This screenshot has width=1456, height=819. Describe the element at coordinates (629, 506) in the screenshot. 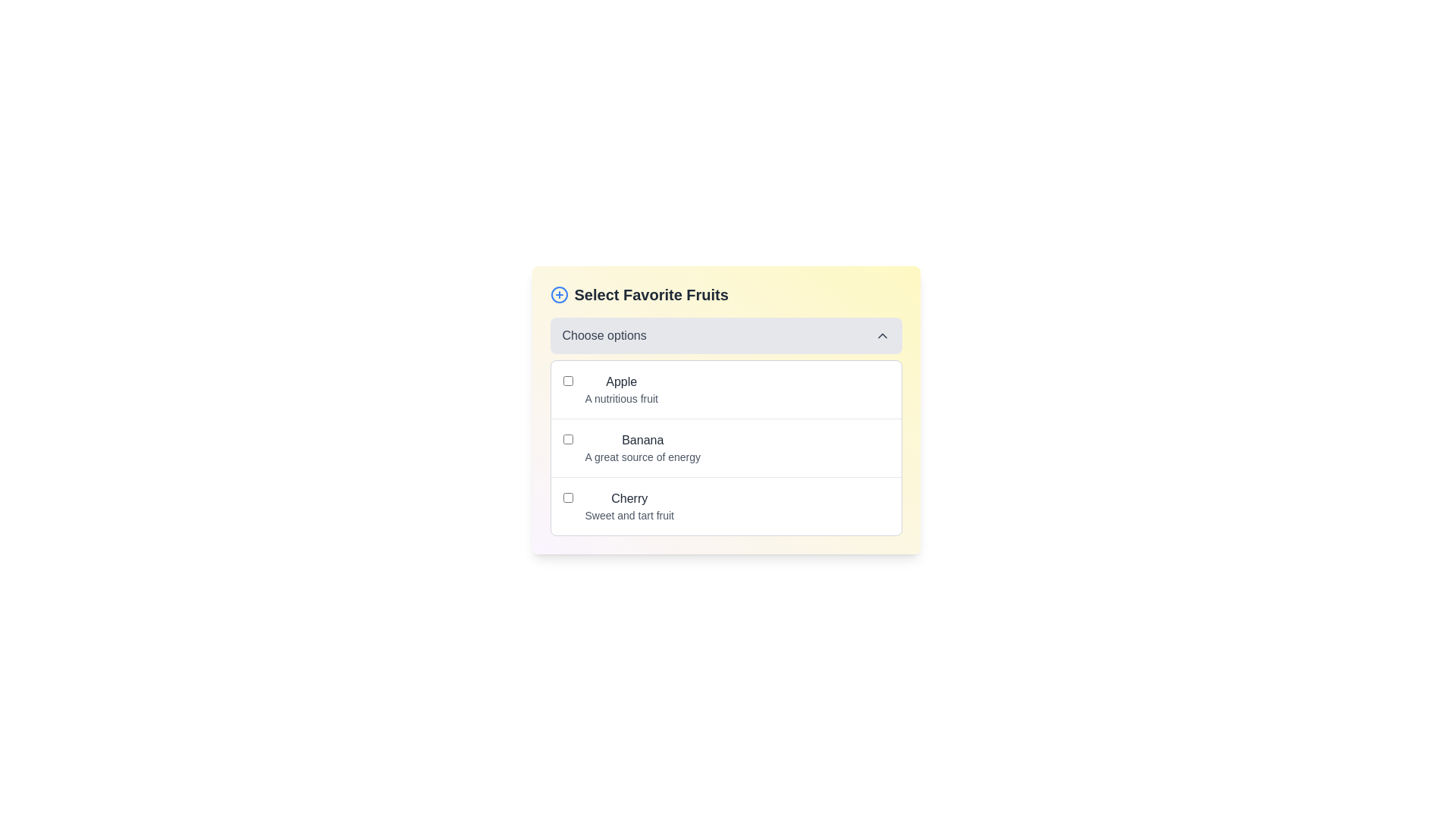

I see `the text label that conveys information about the fruit 'Cherry' in the dropdown panel labeled 'Select Favorite Fruits.'` at that location.